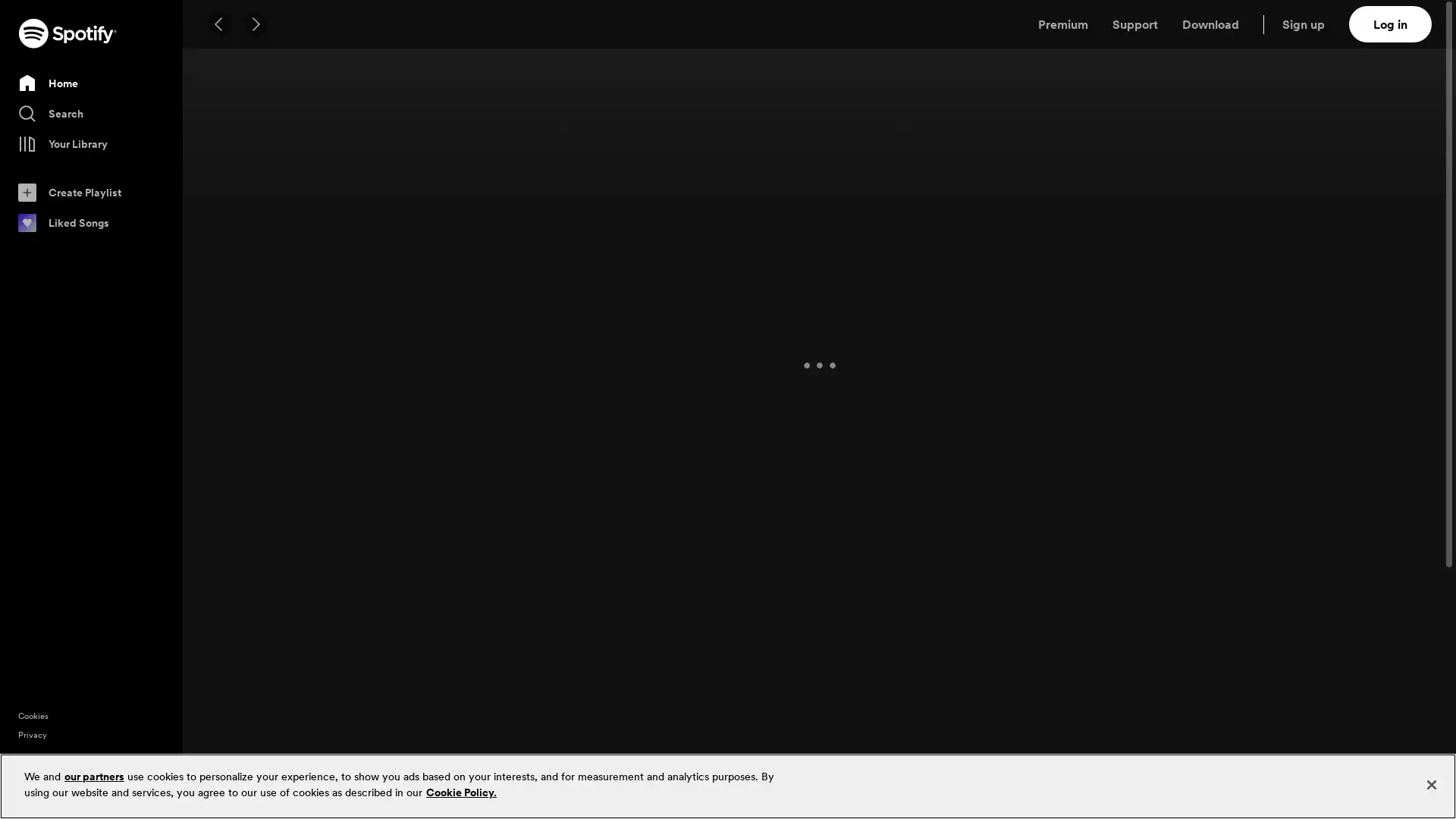  I want to click on Play Mood Booster, so click(306, 762).